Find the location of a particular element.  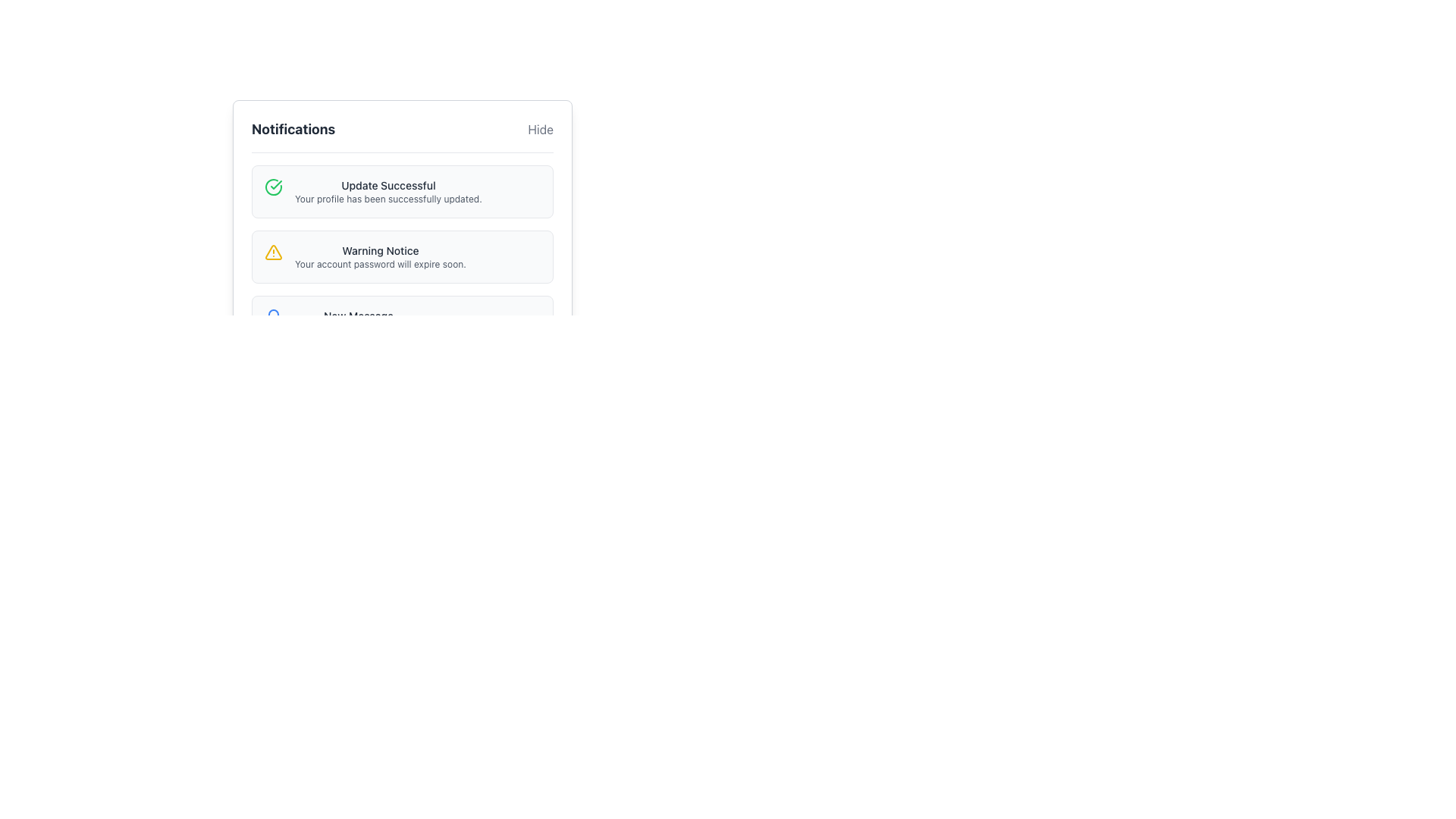

the text label that displays 'New Message', which is styled with a smaller font size and bold weight, located within the notification panel is located at coordinates (358, 315).